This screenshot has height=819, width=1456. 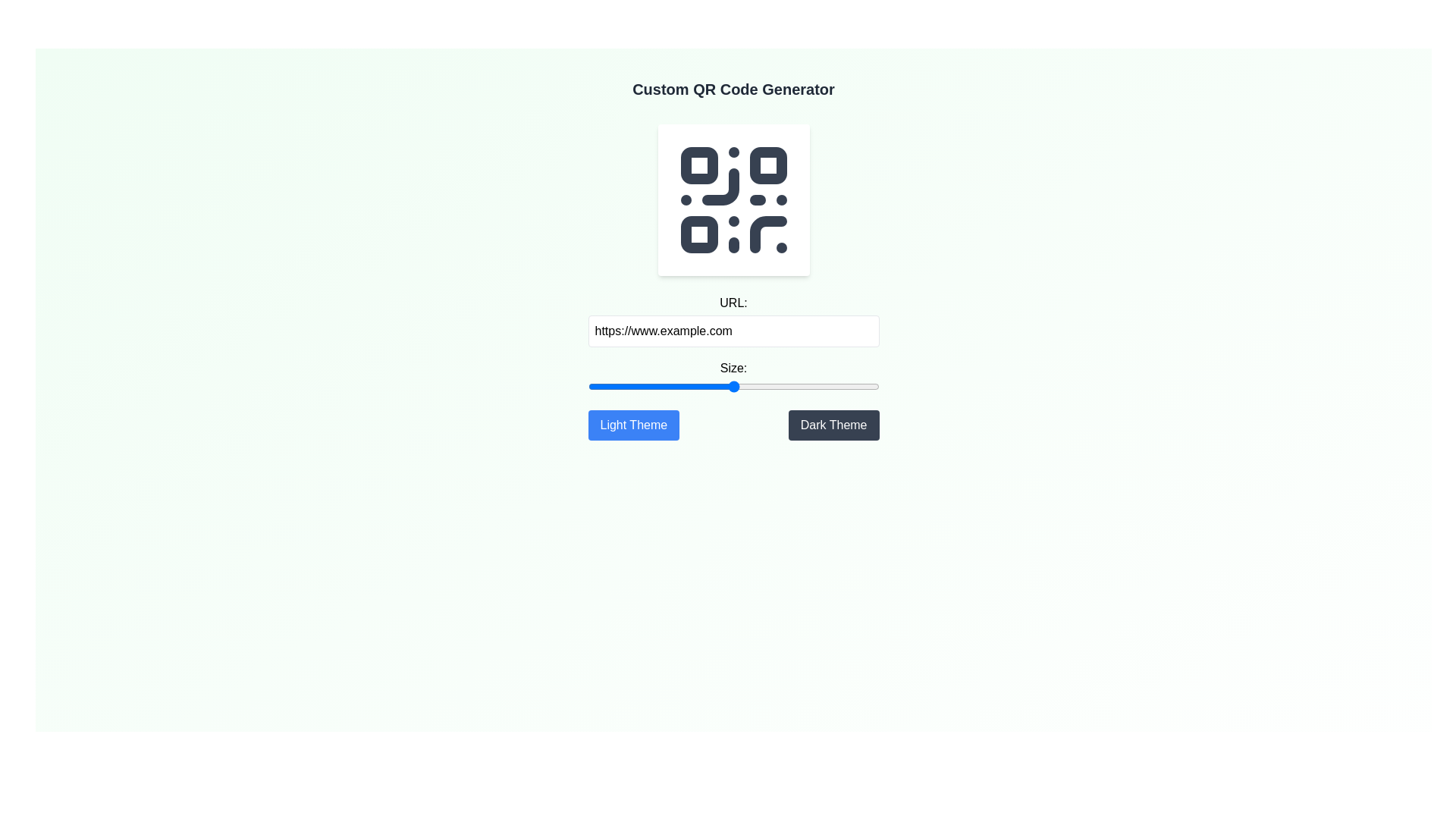 What do you see at coordinates (829, 385) in the screenshot?
I see `the slider` at bounding box center [829, 385].